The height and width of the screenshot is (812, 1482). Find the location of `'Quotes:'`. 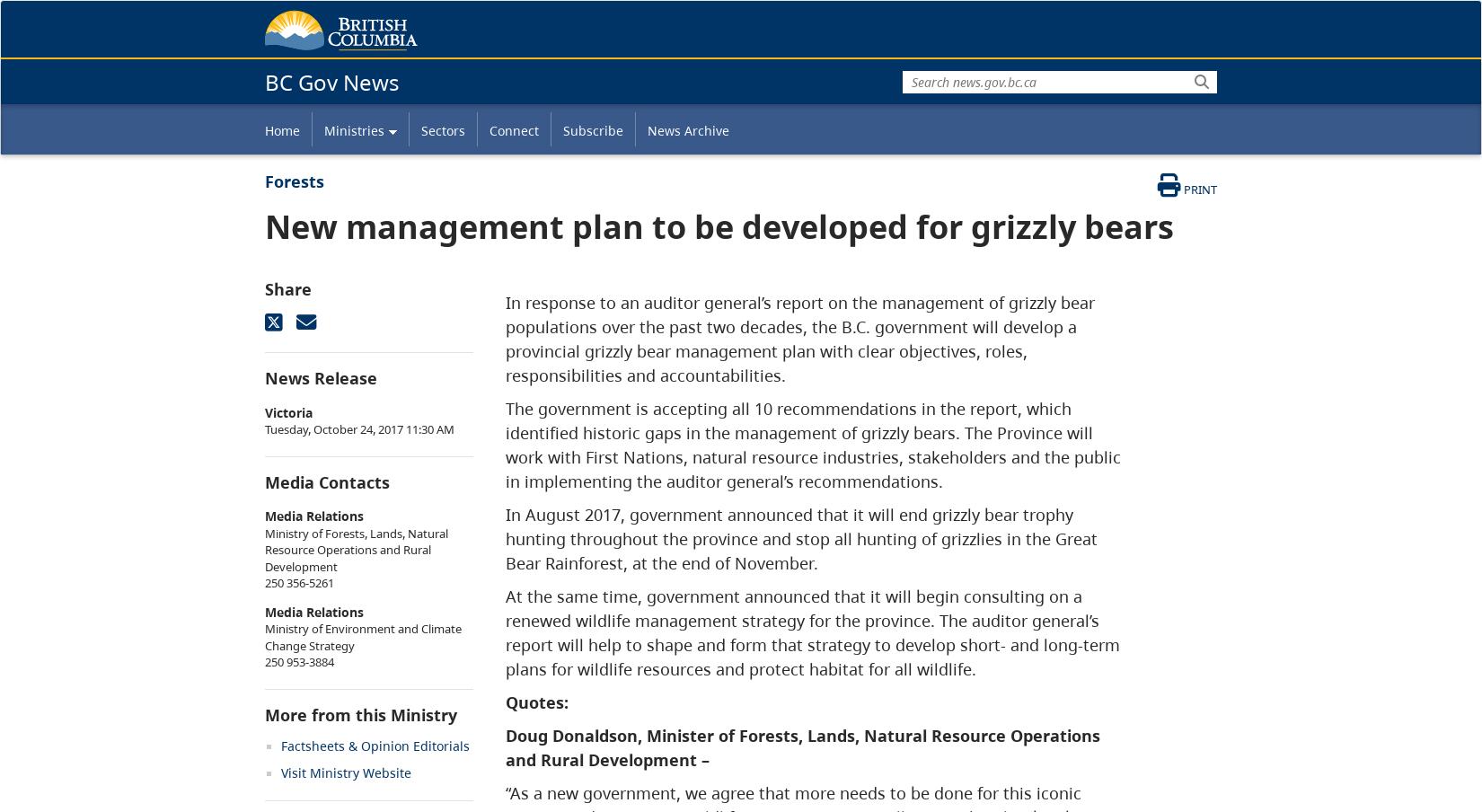

'Quotes:' is located at coordinates (534, 702).